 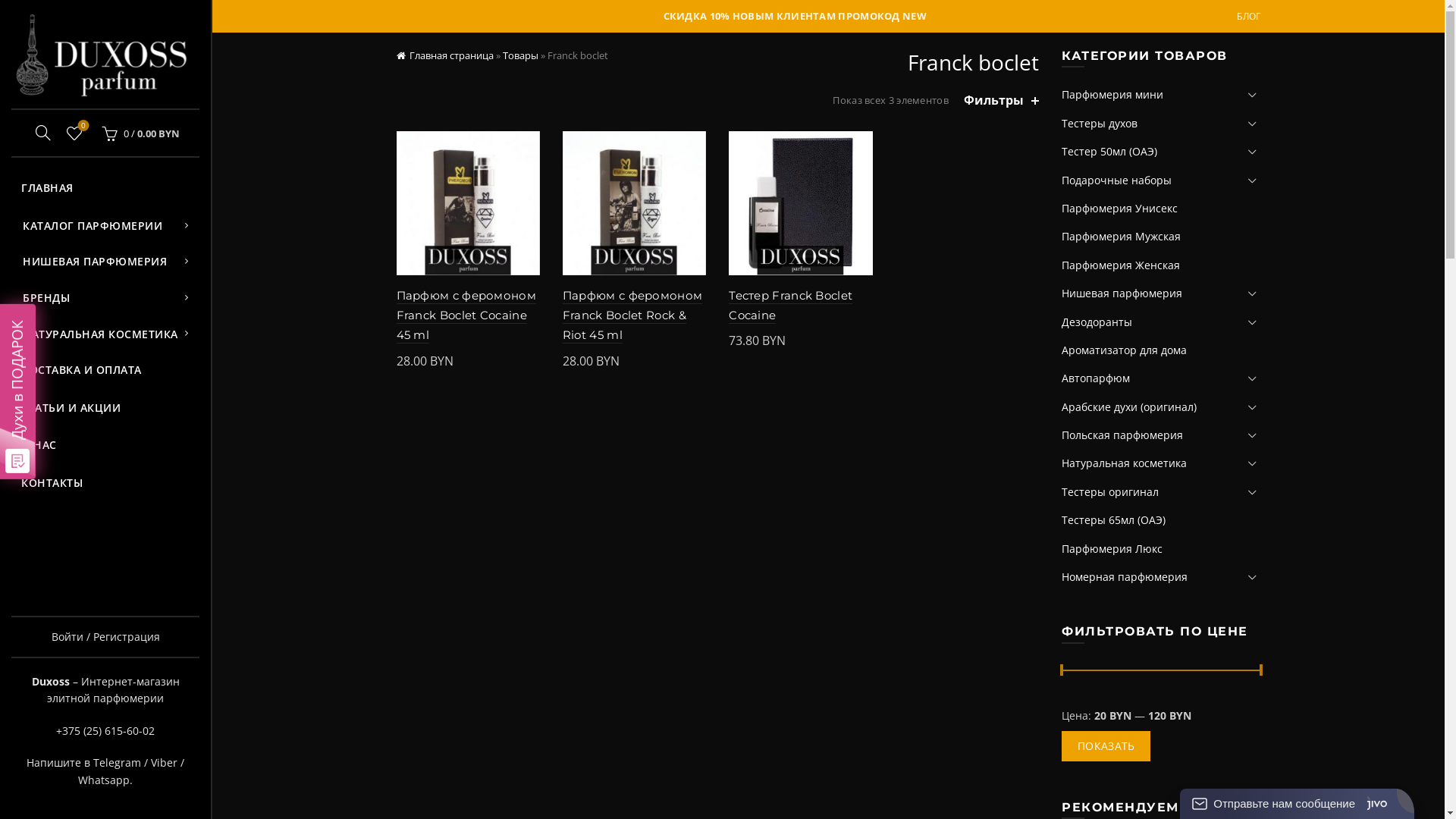 What do you see at coordinates (116, 762) in the screenshot?
I see `'Telegram'` at bounding box center [116, 762].